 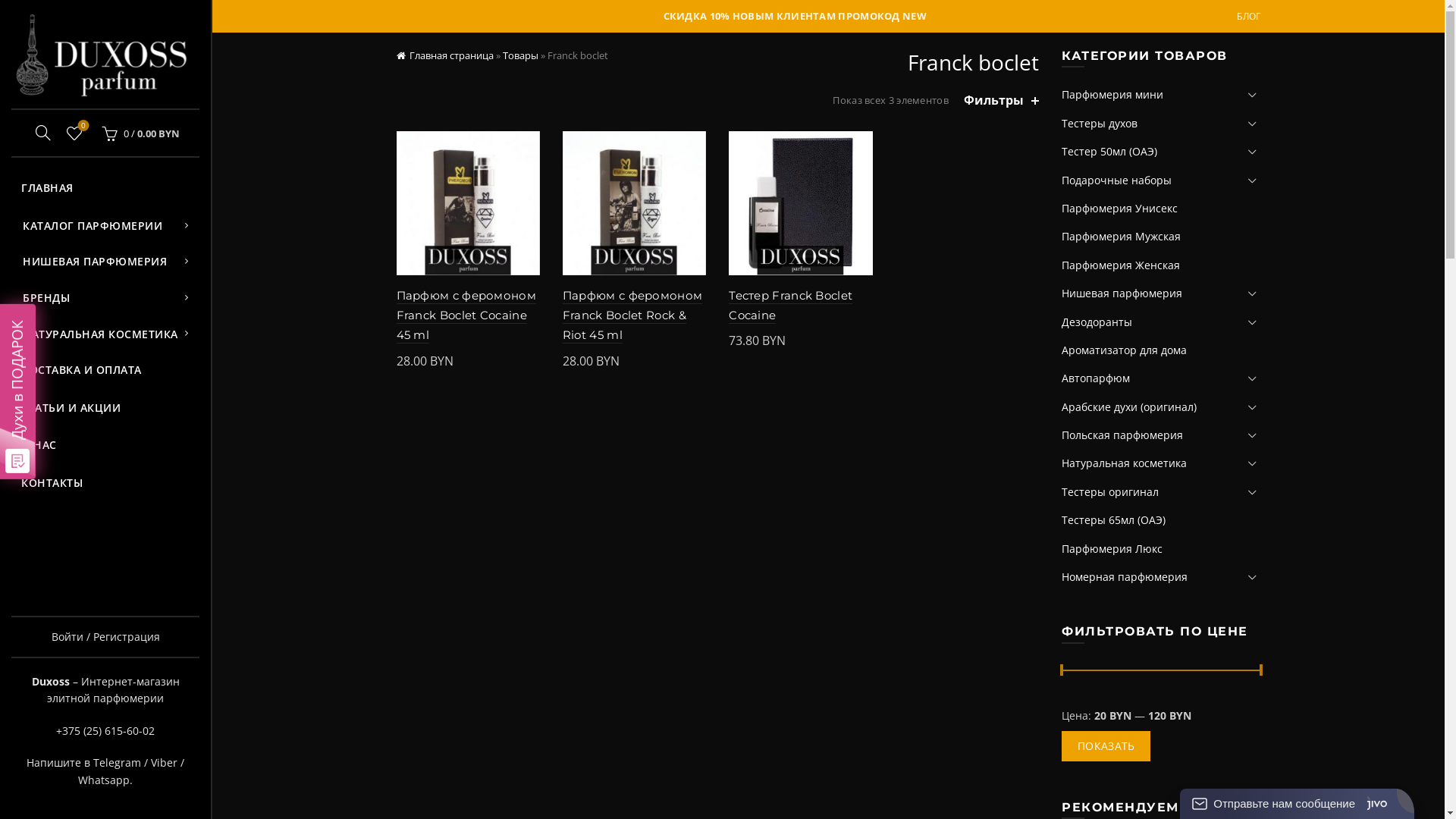 What do you see at coordinates (116, 762) in the screenshot?
I see `'Telegram'` at bounding box center [116, 762].